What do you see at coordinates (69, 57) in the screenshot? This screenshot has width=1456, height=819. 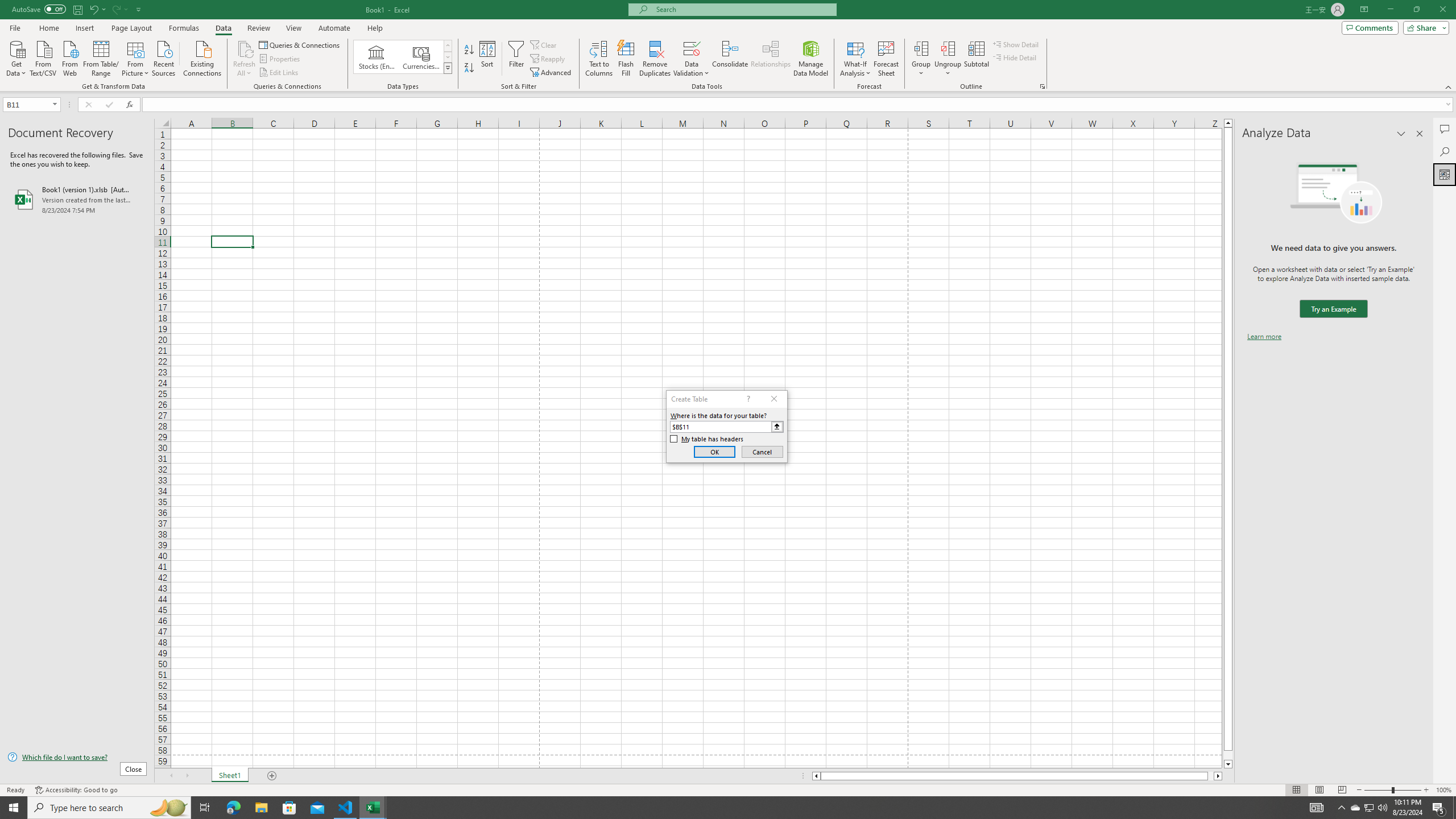 I see `'From Web'` at bounding box center [69, 57].